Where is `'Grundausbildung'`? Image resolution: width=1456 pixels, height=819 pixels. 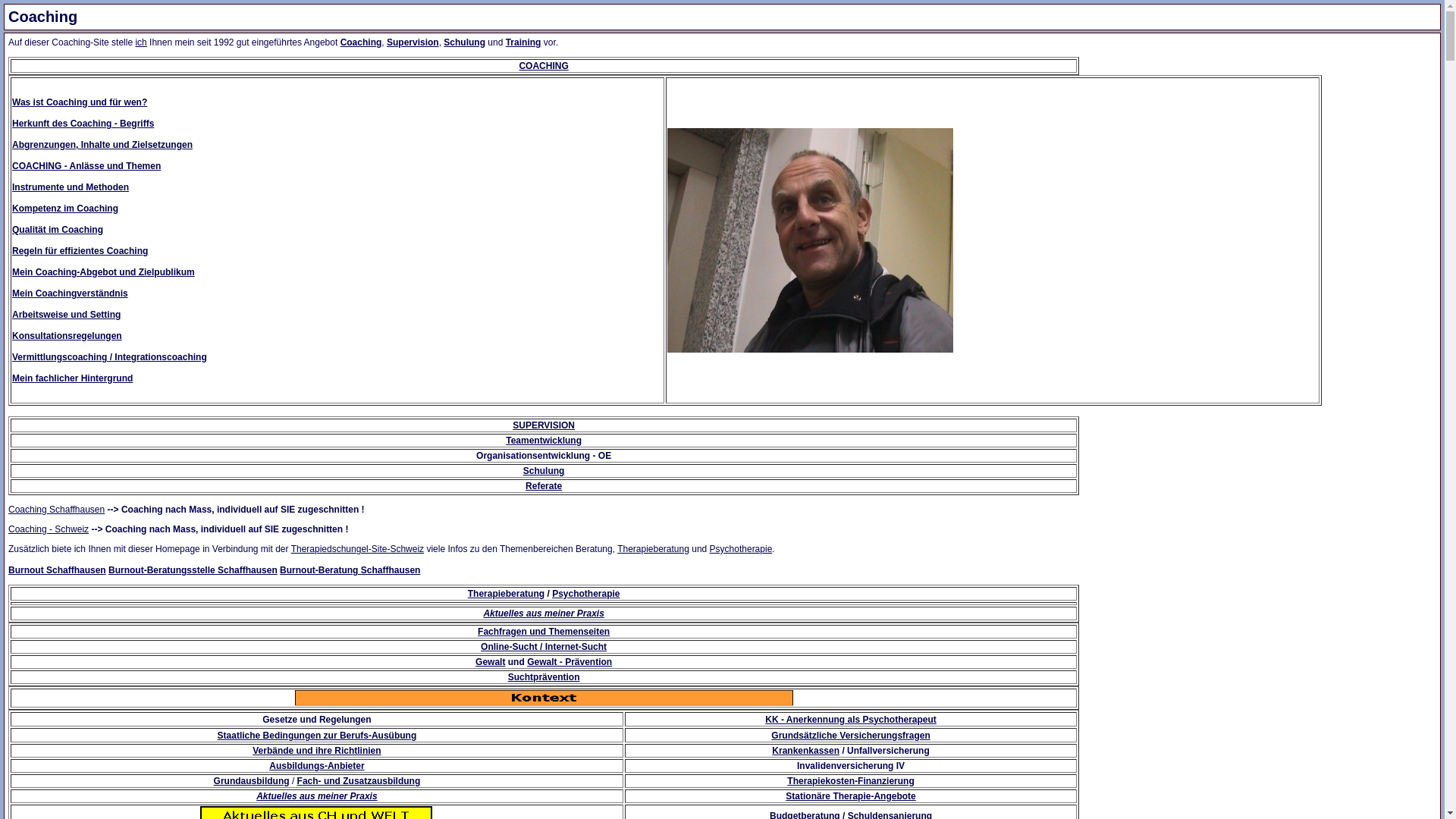 'Grundausbildung' is located at coordinates (213, 780).